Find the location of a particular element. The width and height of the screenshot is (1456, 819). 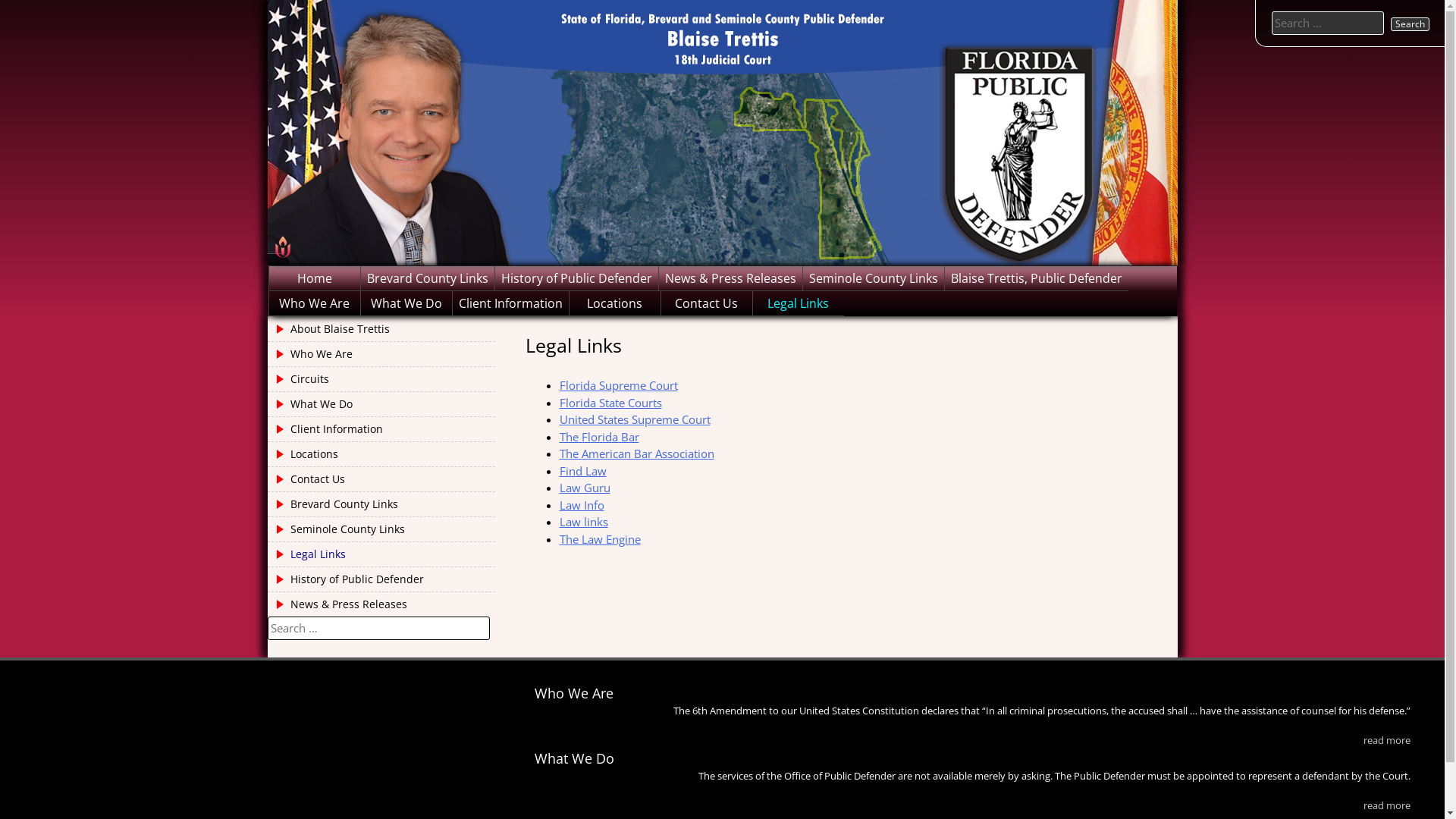

'Seminole County Links' is located at coordinates (381, 529).